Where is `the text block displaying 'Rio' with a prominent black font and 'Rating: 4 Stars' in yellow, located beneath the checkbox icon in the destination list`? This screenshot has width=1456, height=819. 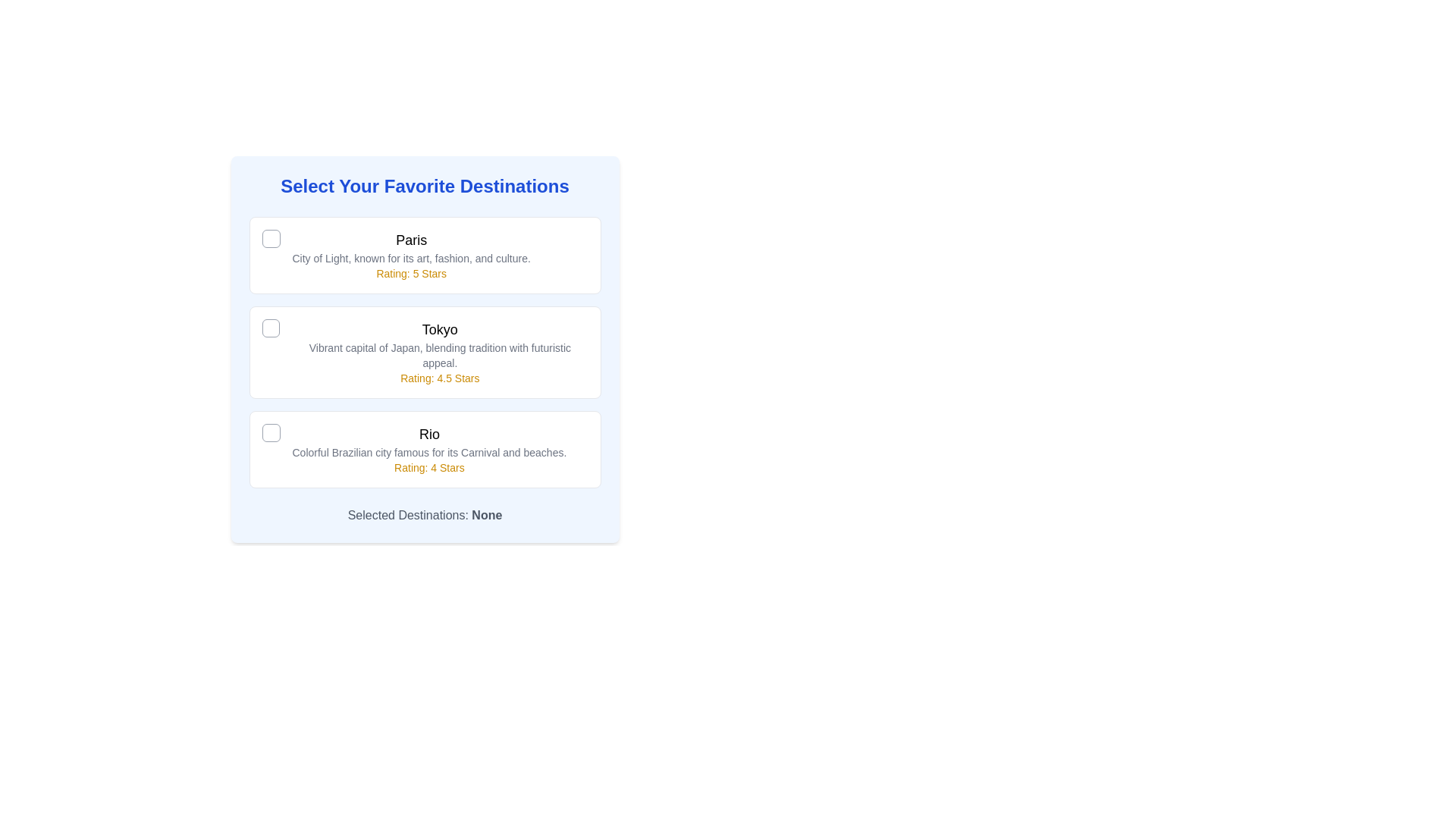
the text block displaying 'Rio' with a prominent black font and 'Rating: 4 Stars' in yellow, located beneath the checkbox icon in the destination list is located at coordinates (428, 449).